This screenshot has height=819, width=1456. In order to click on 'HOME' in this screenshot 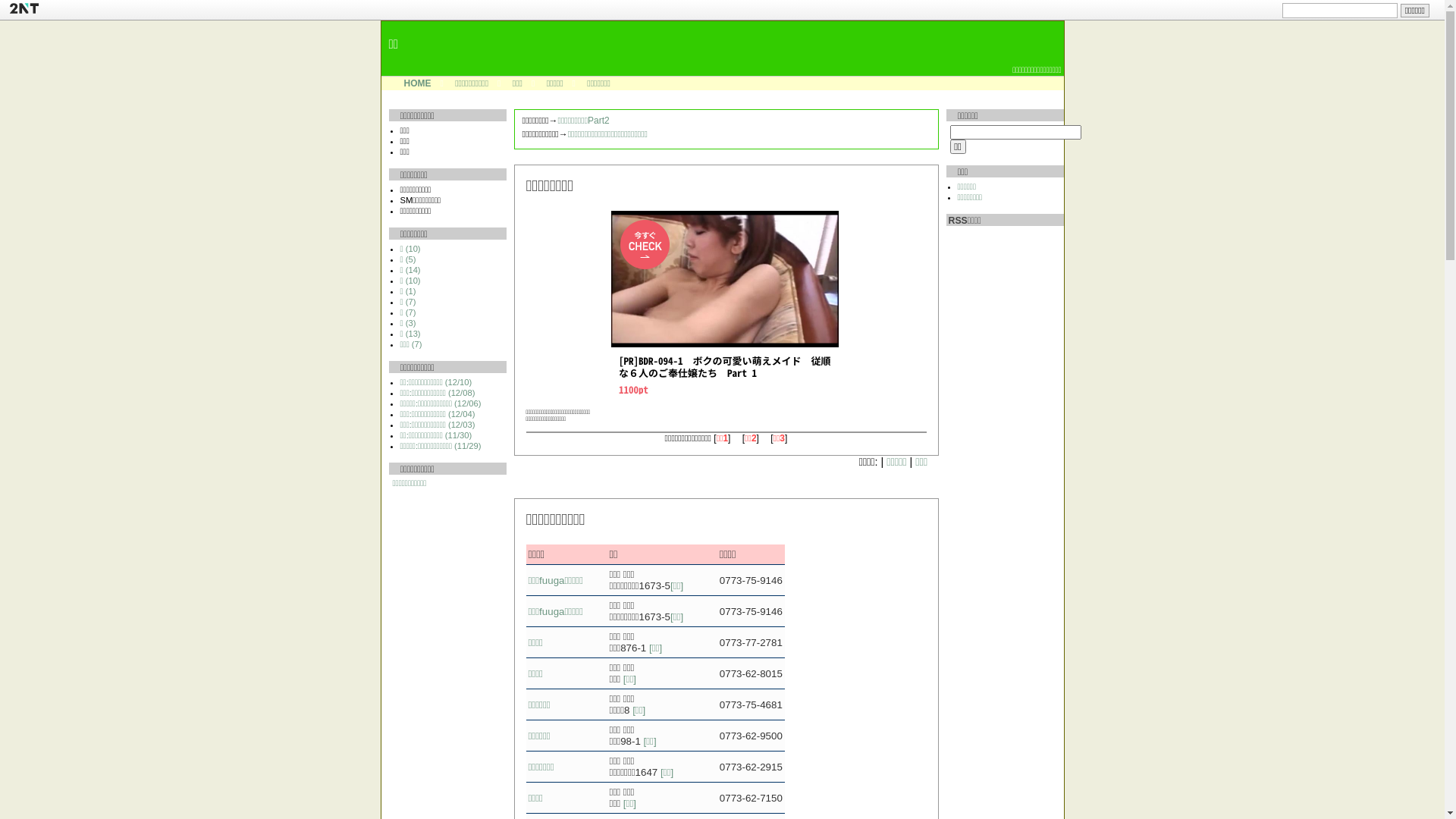, I will do `click(417, 83)`.